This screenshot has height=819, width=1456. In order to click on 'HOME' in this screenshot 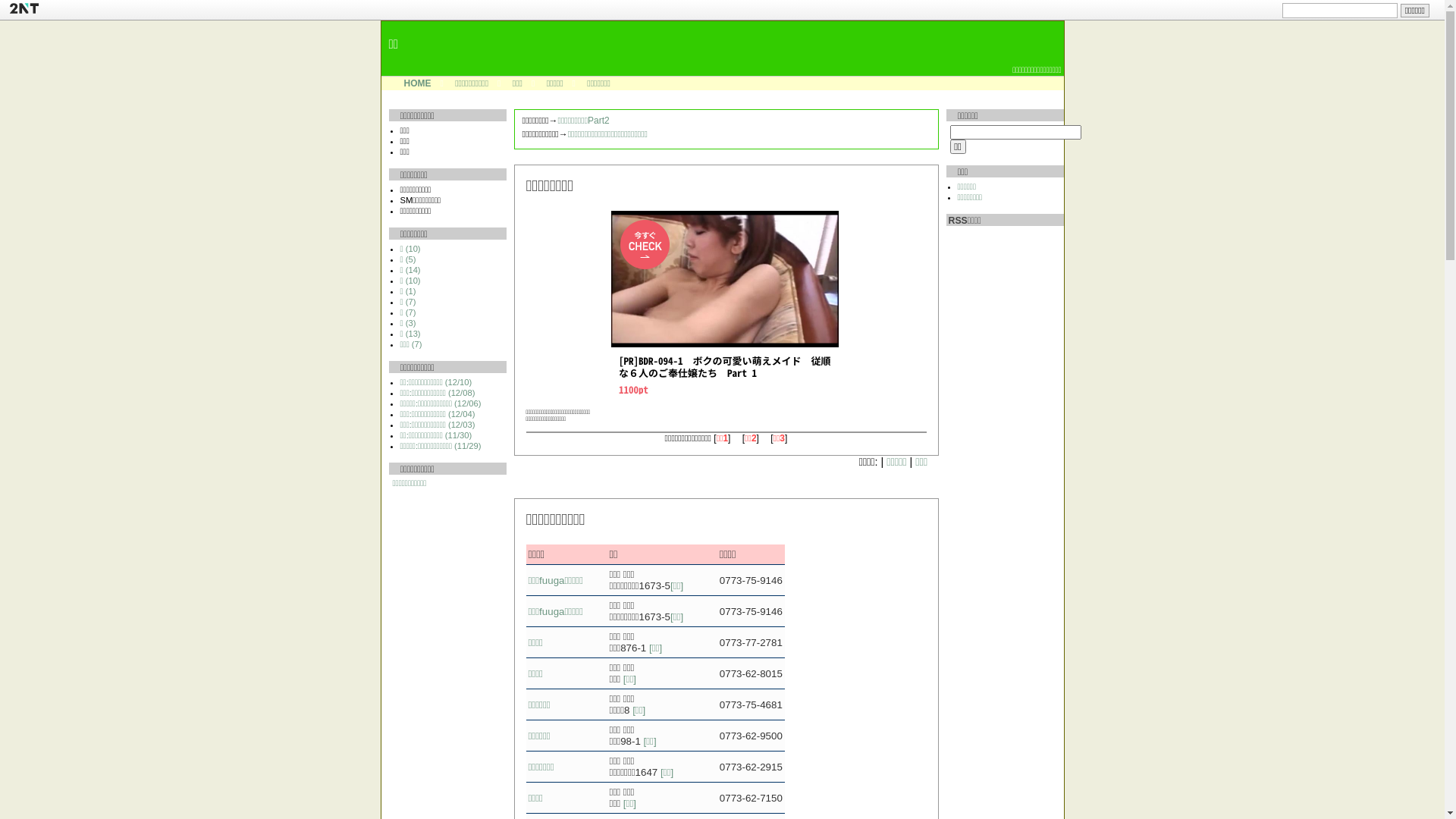, I will do `click(417, 83)`.